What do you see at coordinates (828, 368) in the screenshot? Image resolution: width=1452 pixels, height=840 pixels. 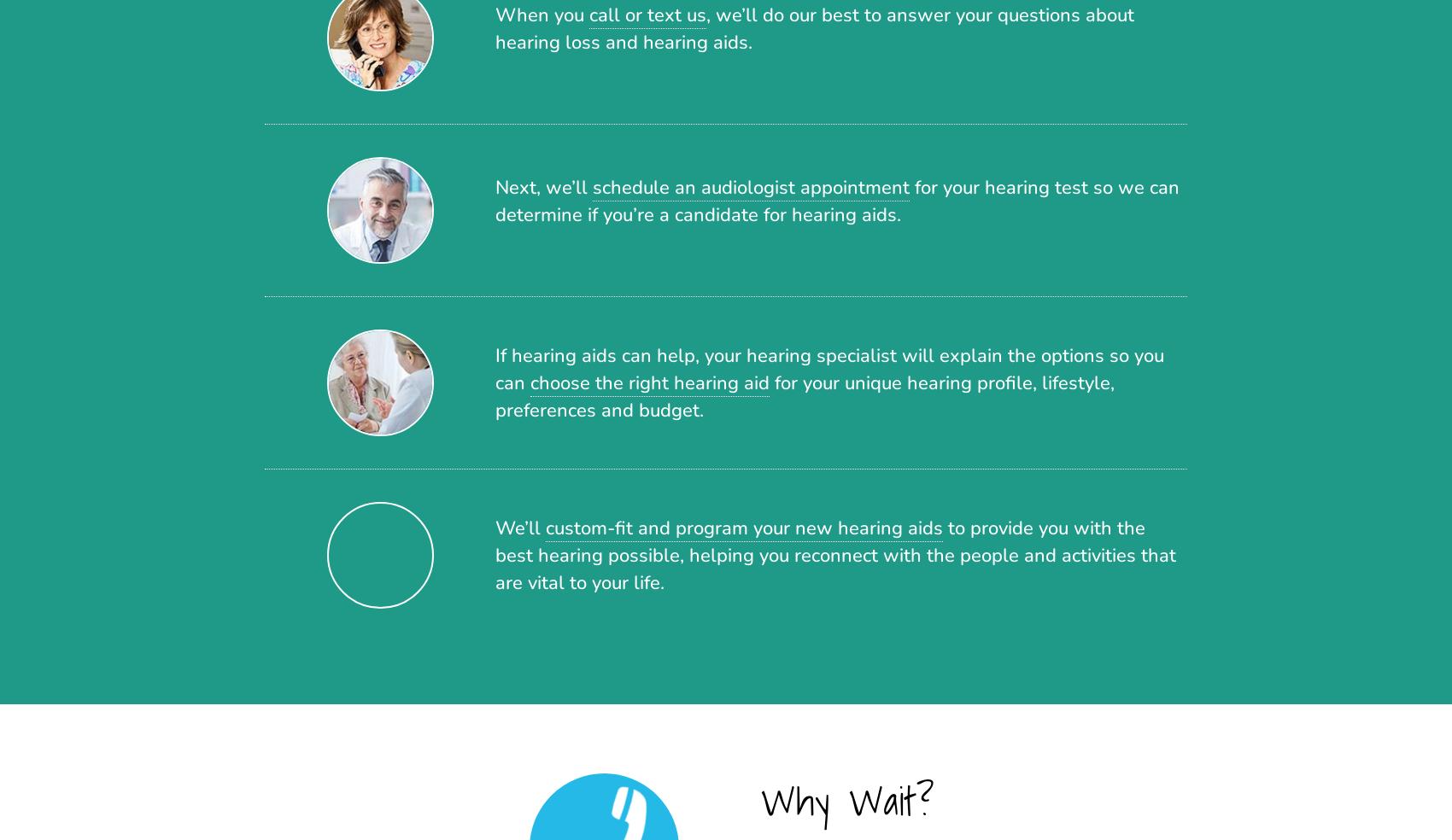 I see `'If hearing aids can help, your hearing specialist will explain the options so you can'` at bounding box center [828, 368].